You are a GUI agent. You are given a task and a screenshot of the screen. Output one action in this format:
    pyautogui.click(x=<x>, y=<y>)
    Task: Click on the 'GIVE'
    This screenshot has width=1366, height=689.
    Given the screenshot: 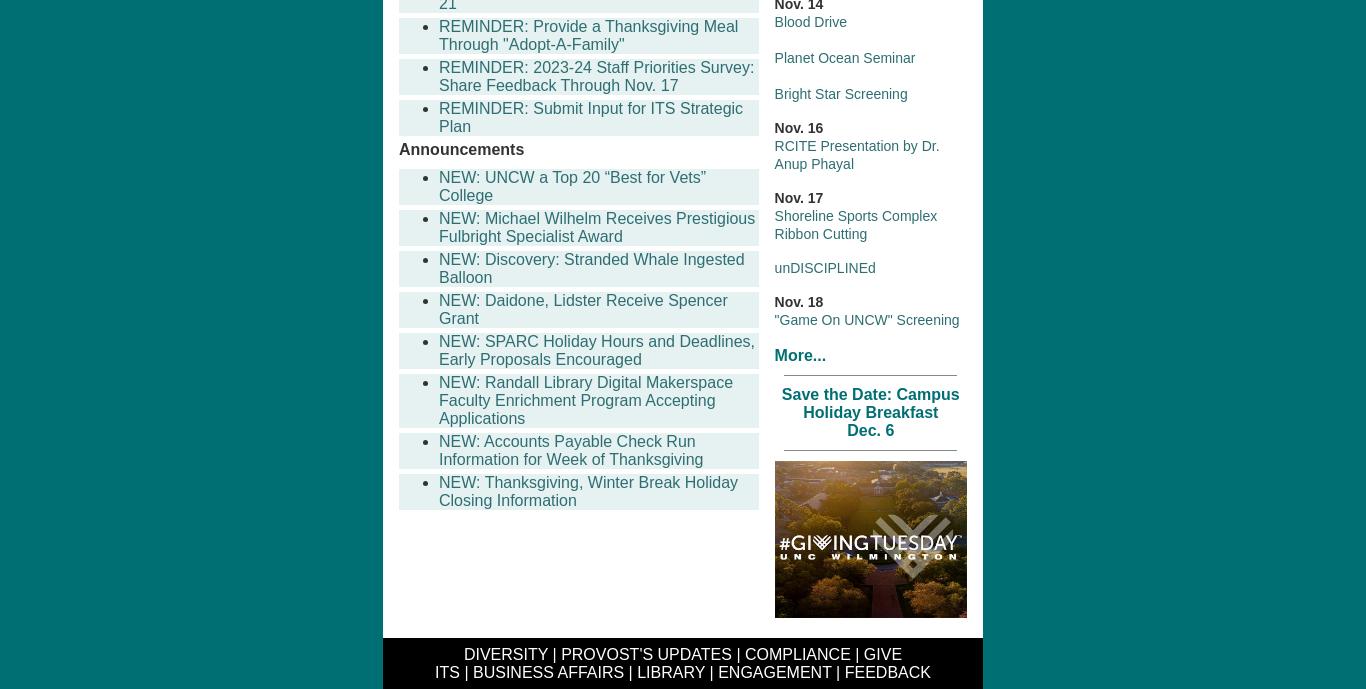 What is the action you would take?
    pyautogui.click(x=881, y=653)
    